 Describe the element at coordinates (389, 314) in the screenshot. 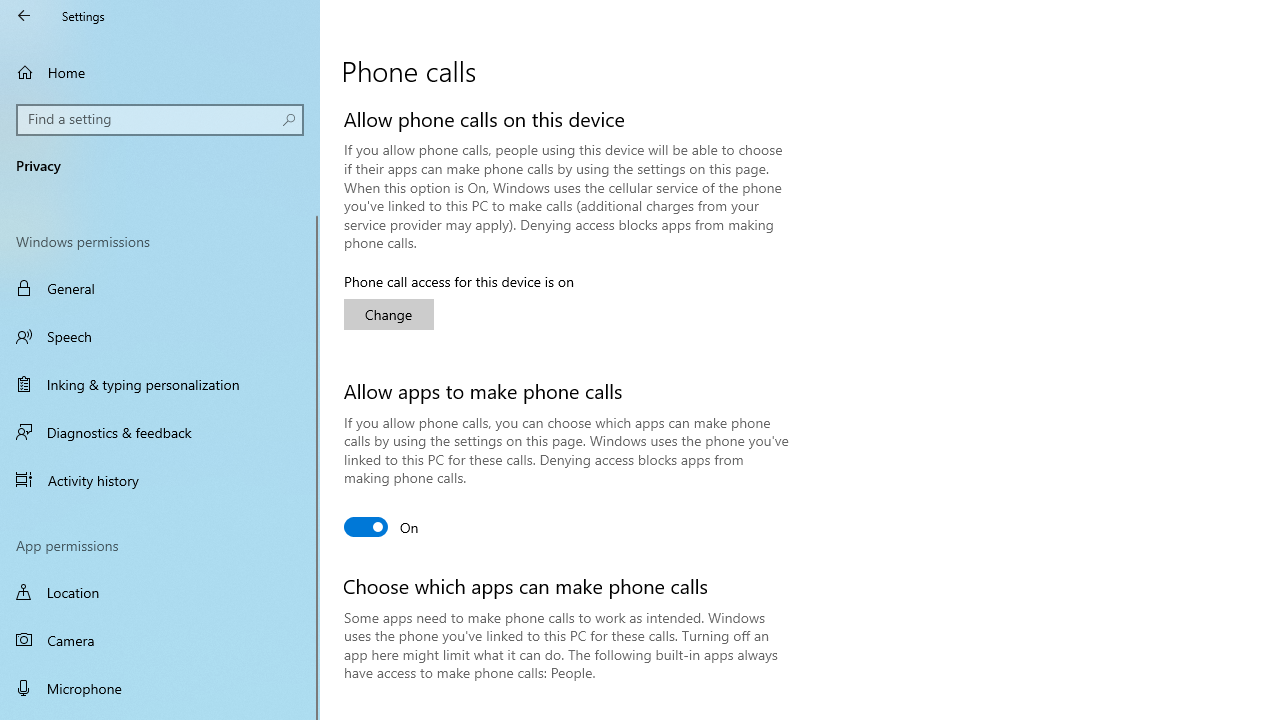

I see `'Change'` at that location.